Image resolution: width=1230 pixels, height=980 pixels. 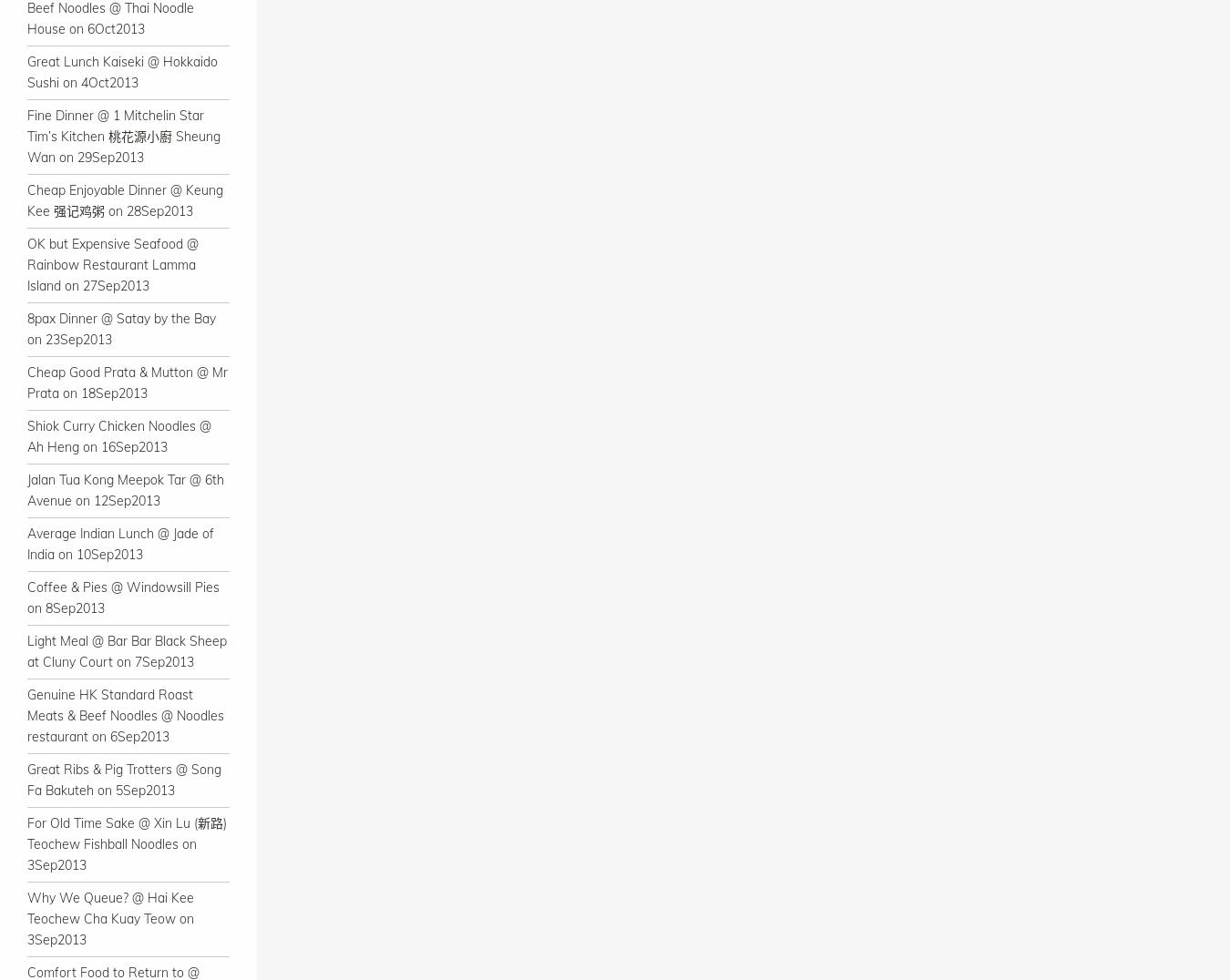 What do you see at coordinates (26, 716) in the screenshot?
I see `'Genuine HK Standard Roast Meats & Beef Noodles @ Noodles restaurant on 6Sep2013'` at bounding box center [26, 716].